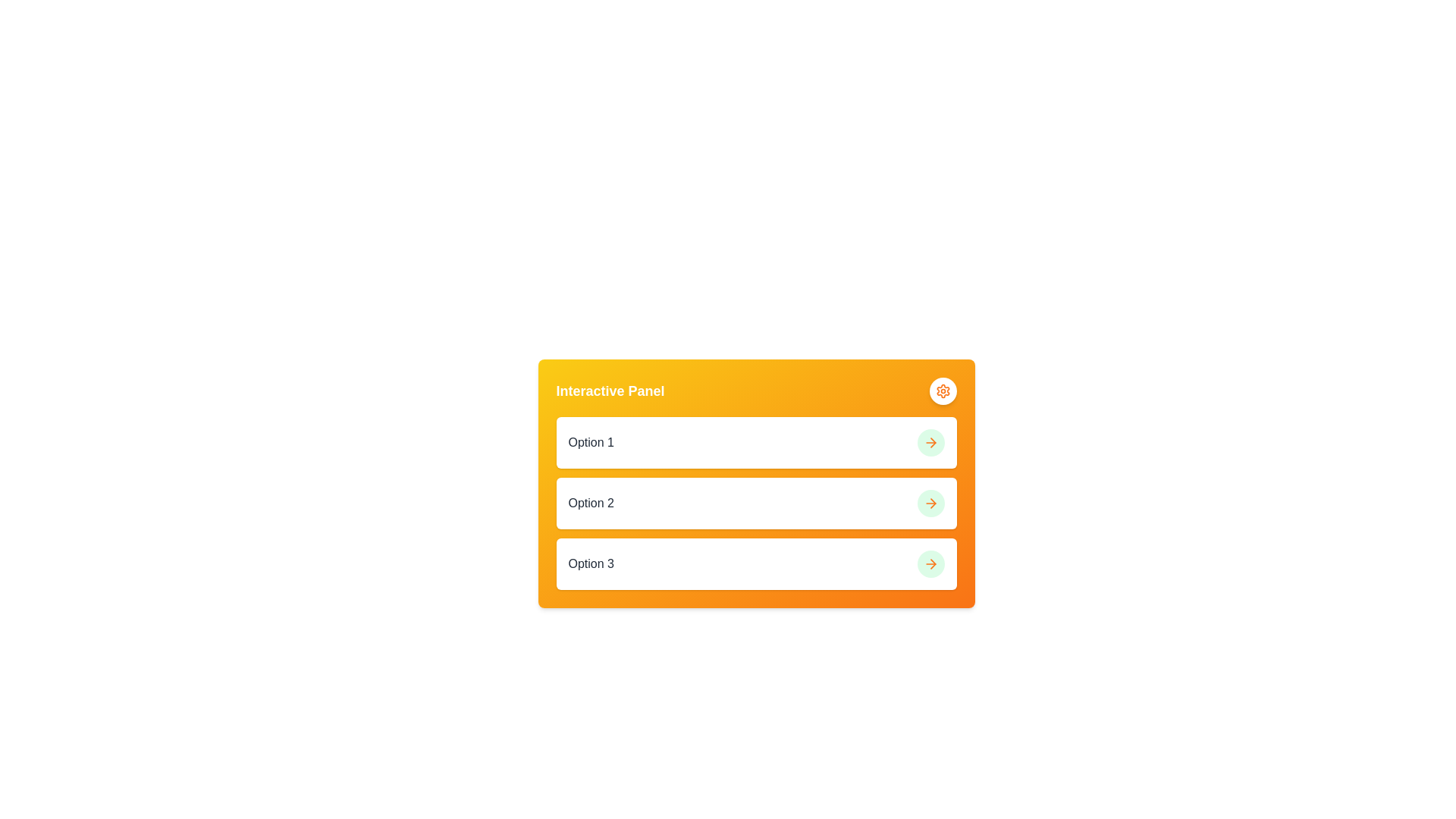 The height and width of the screenshot is (819, 1456). I want to click on the circular button with an orange arrow on a light green background, located at the far right side of the 'Option 3' row, so click(930, 564).